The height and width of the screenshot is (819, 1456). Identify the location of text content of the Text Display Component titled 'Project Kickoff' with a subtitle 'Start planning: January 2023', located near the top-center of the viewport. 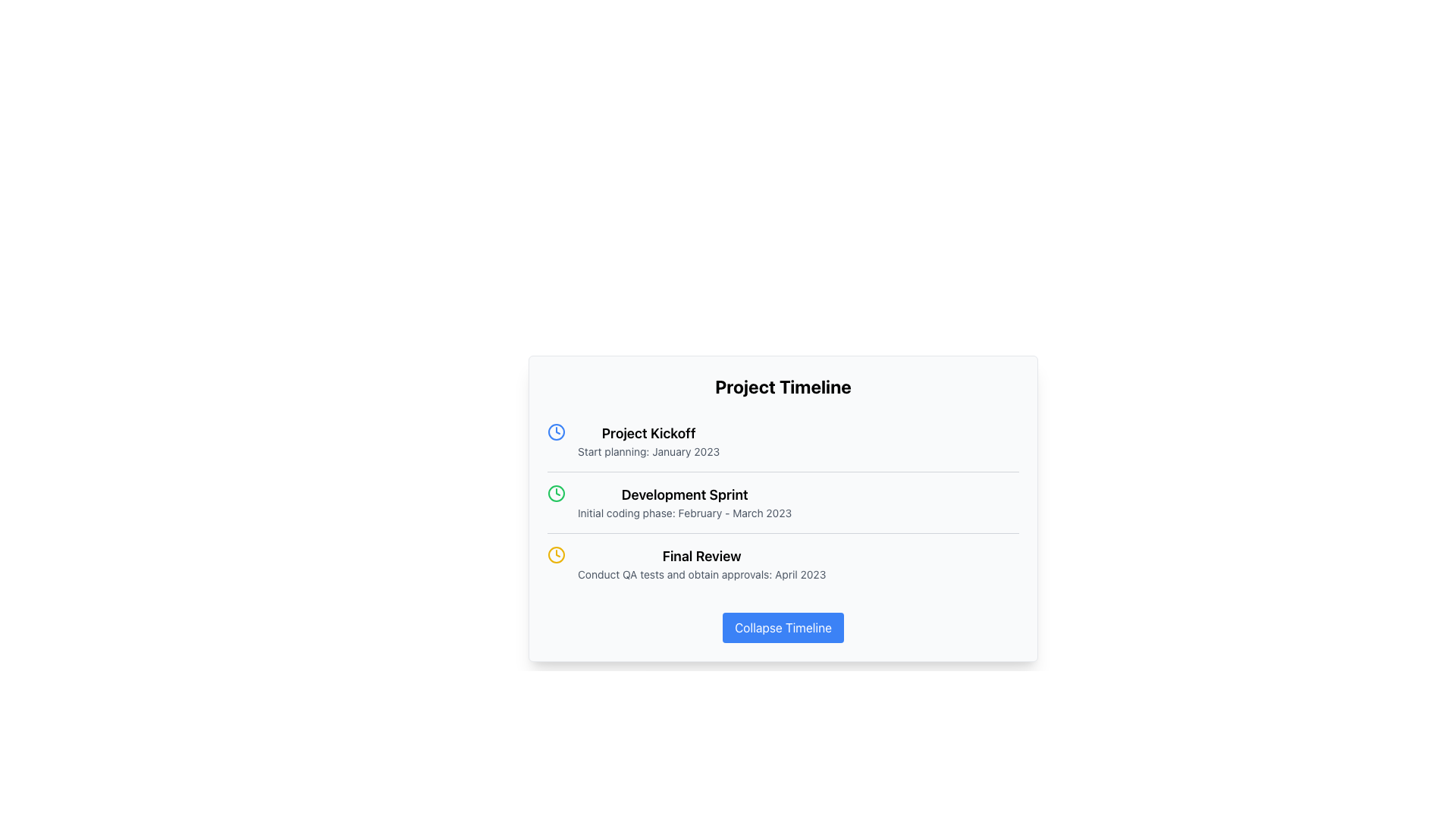
(648, 441).